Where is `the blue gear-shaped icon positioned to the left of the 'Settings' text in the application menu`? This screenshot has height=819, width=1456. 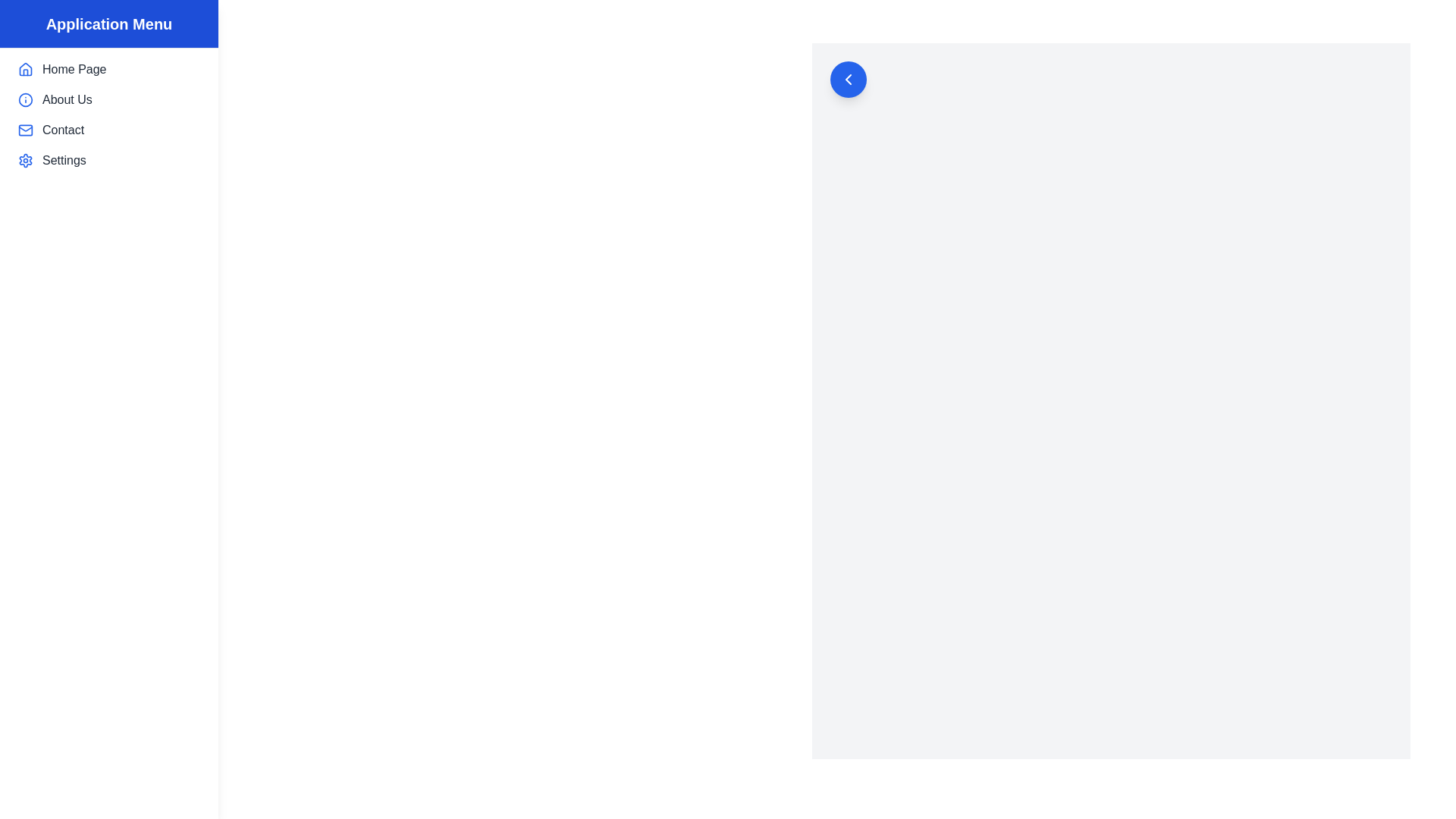
the blue gear-shaped icon positioned to the left of the 'Settings' text in the application menu is located at coordinates (25, 161).